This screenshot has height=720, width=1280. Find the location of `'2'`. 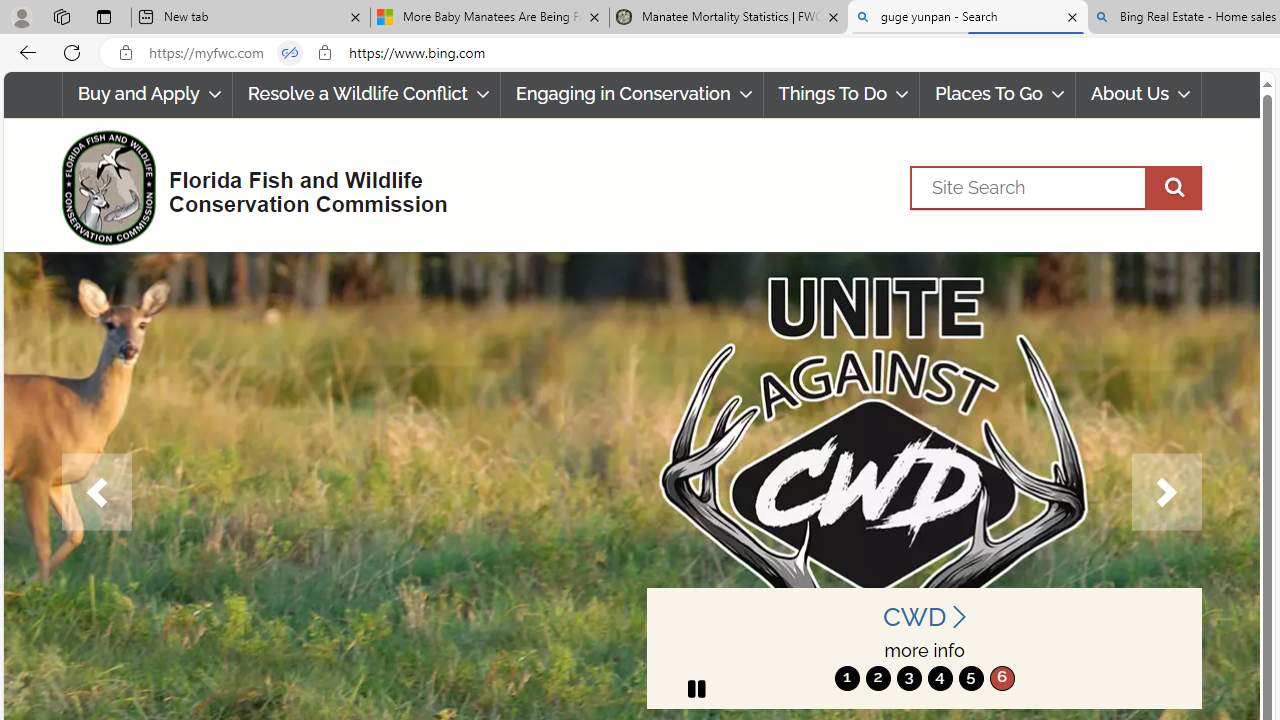

'2' is located at coordinates (878, 677).